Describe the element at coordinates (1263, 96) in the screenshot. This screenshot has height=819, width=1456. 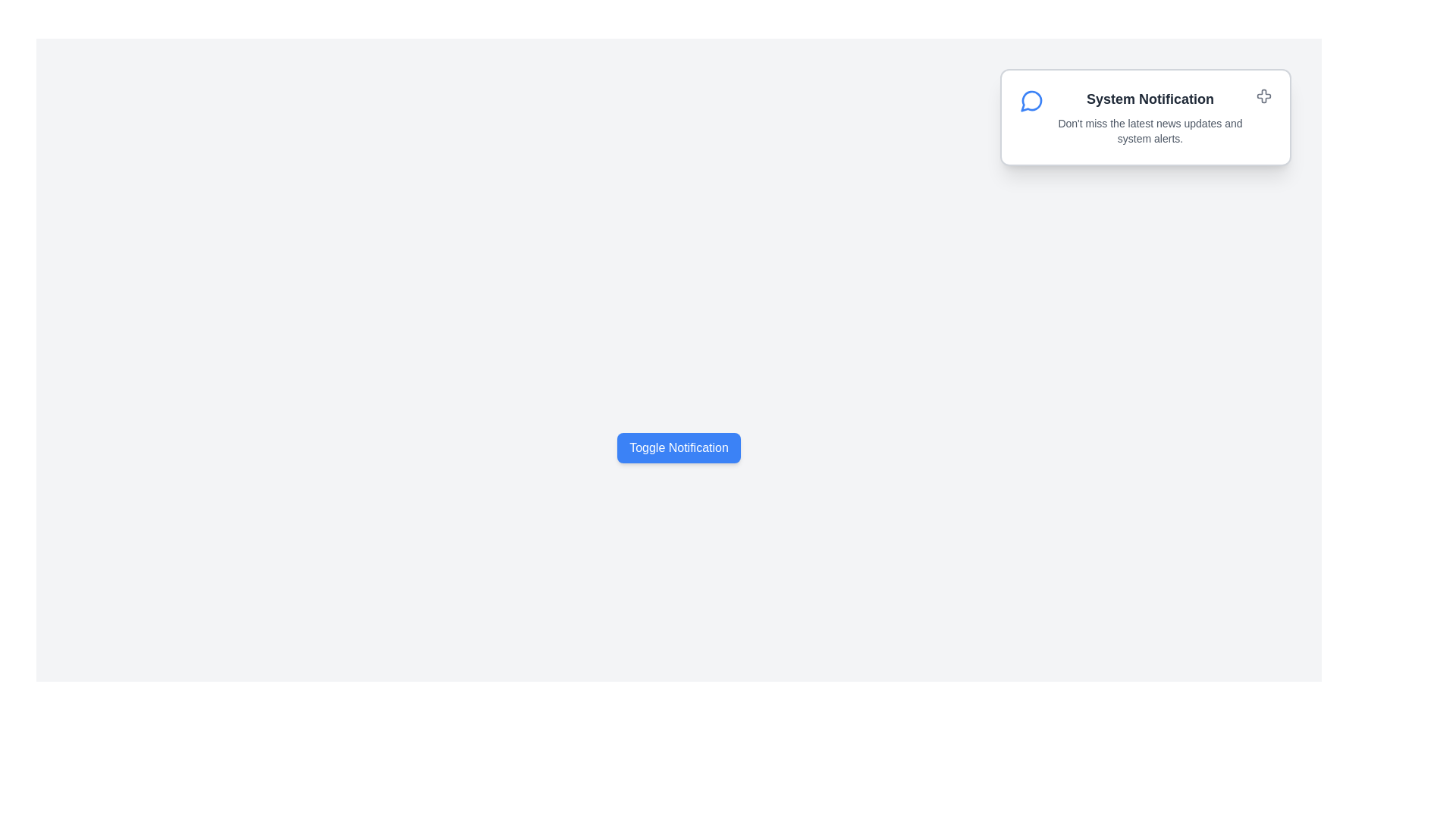
I see `the close button located in the top-right corner of the 'System Notification' banner` at that location.